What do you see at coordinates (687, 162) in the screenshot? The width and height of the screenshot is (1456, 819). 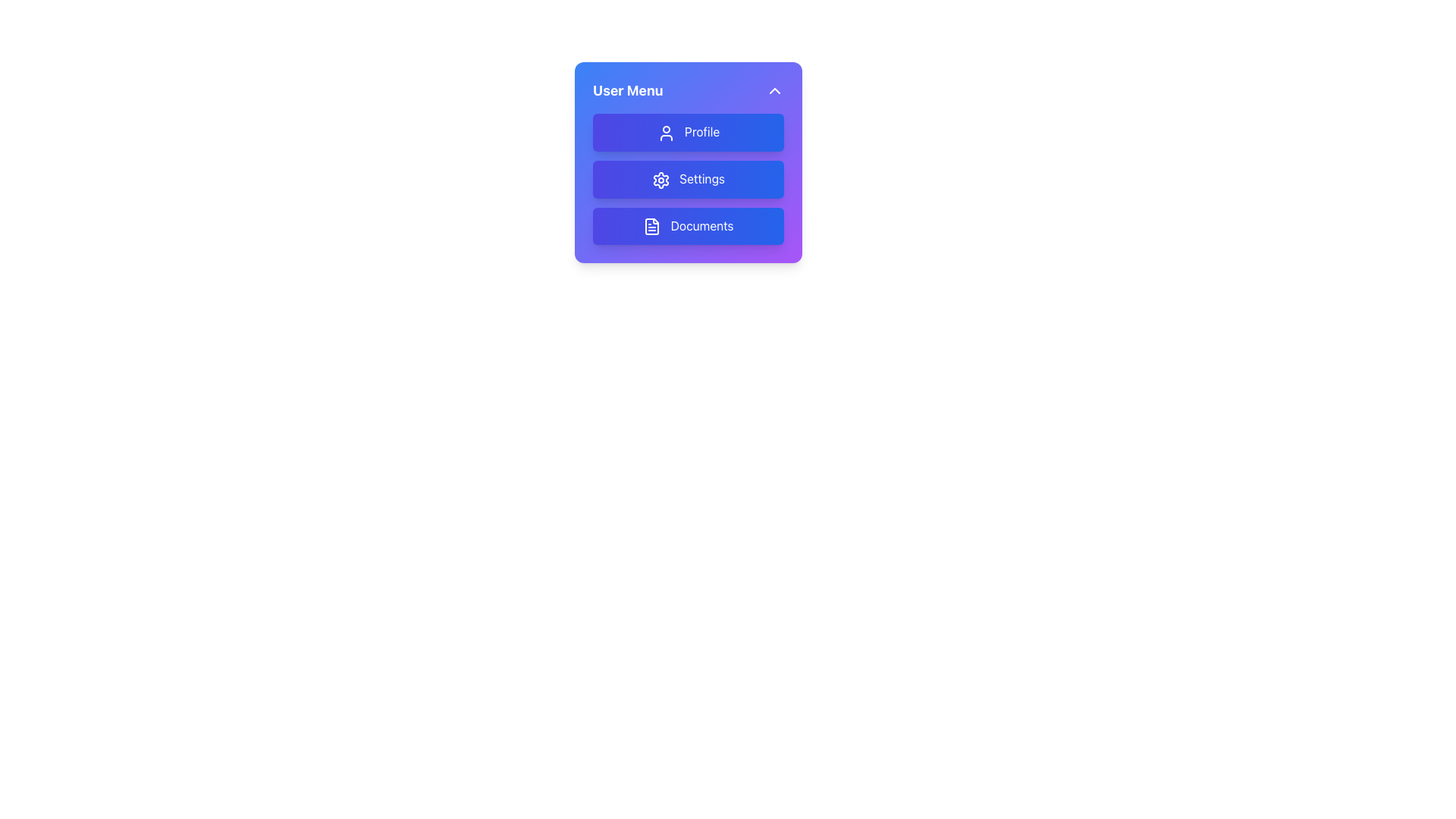 I see `the settings button located under the 'User Menu' header` at bounding box center [687, 162].